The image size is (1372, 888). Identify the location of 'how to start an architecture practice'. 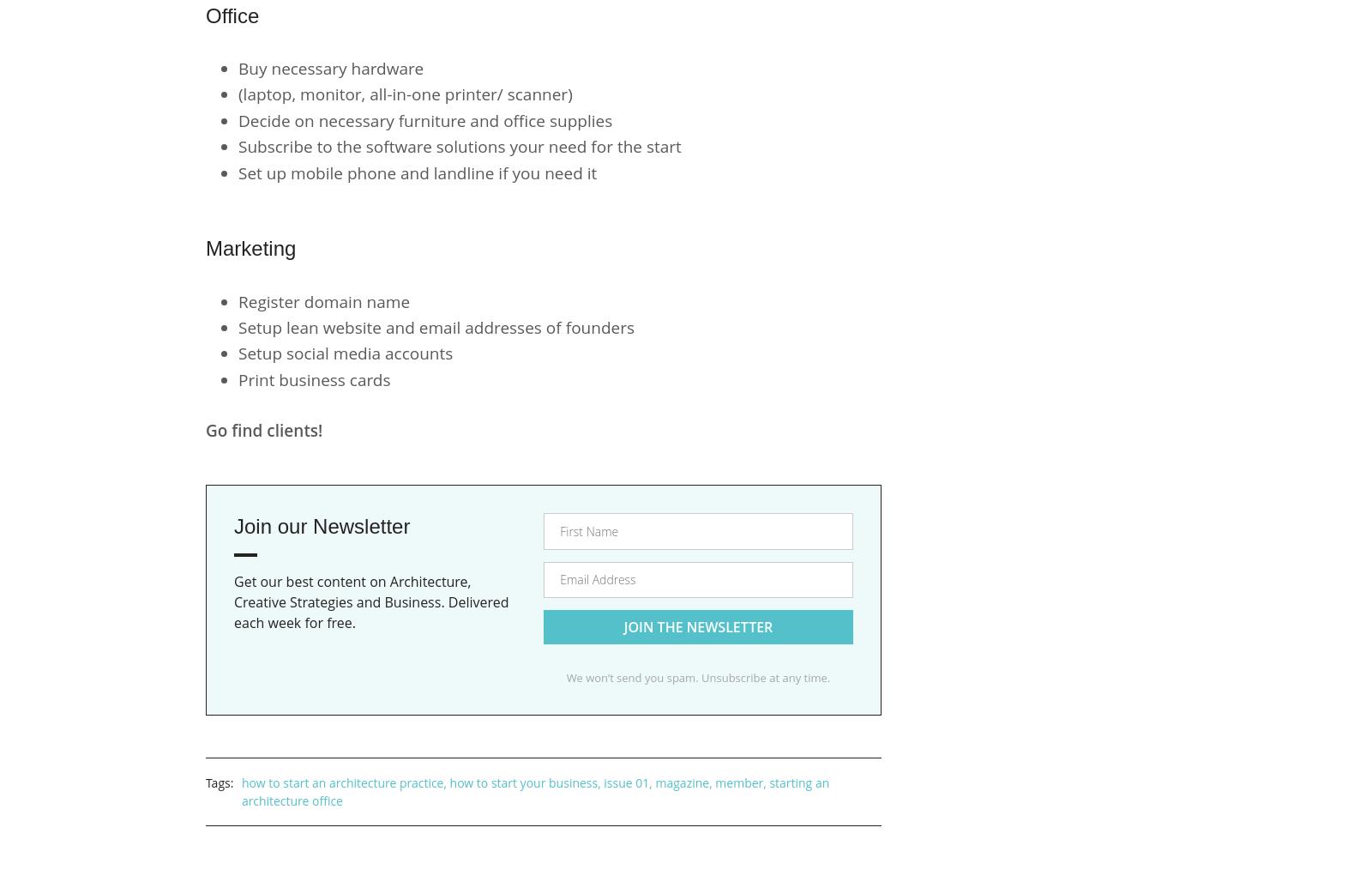
(342, 781).